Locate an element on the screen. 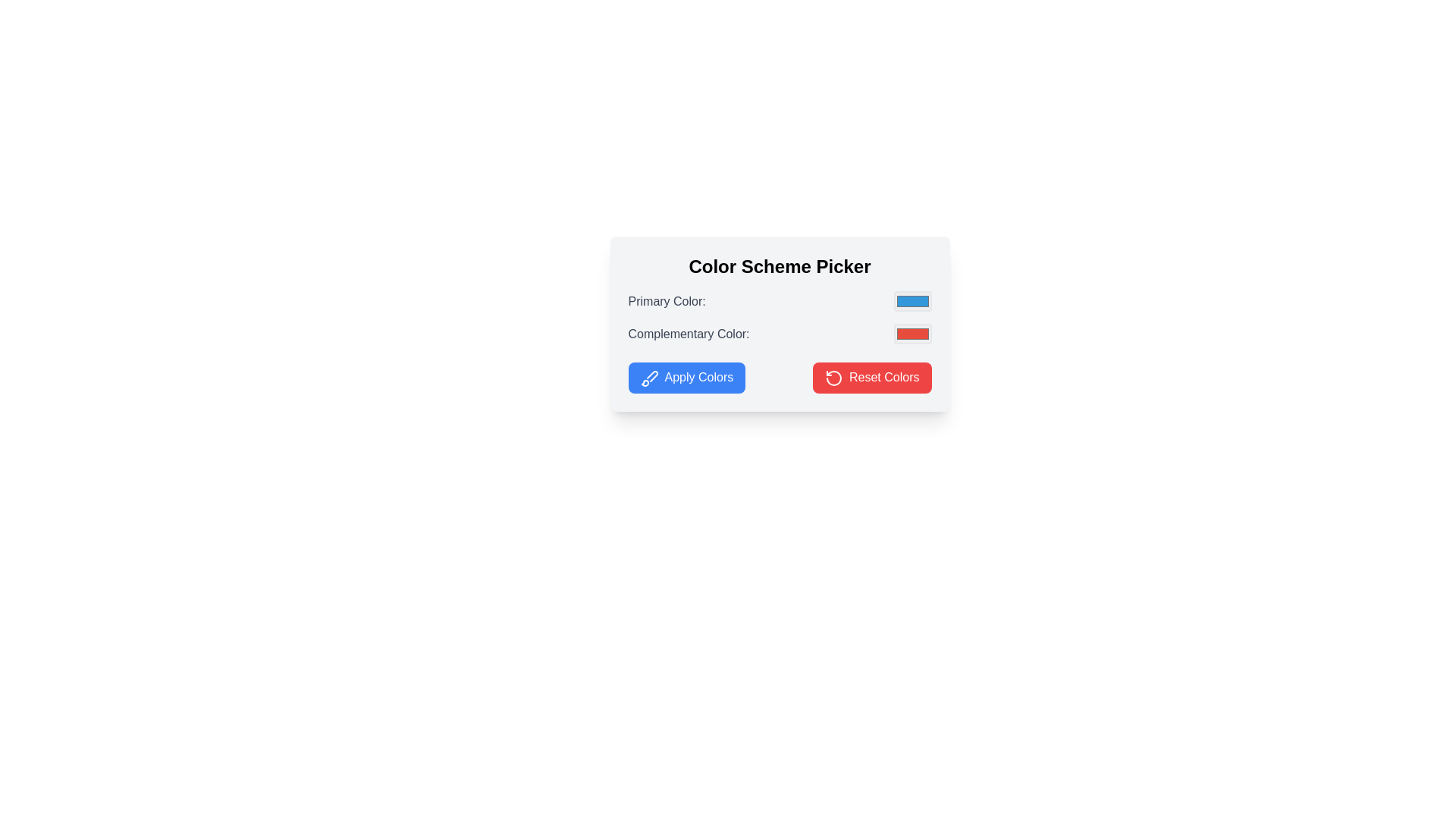  the color input field labeled 'Complementary Color:' is located at coordinates (780, 333).